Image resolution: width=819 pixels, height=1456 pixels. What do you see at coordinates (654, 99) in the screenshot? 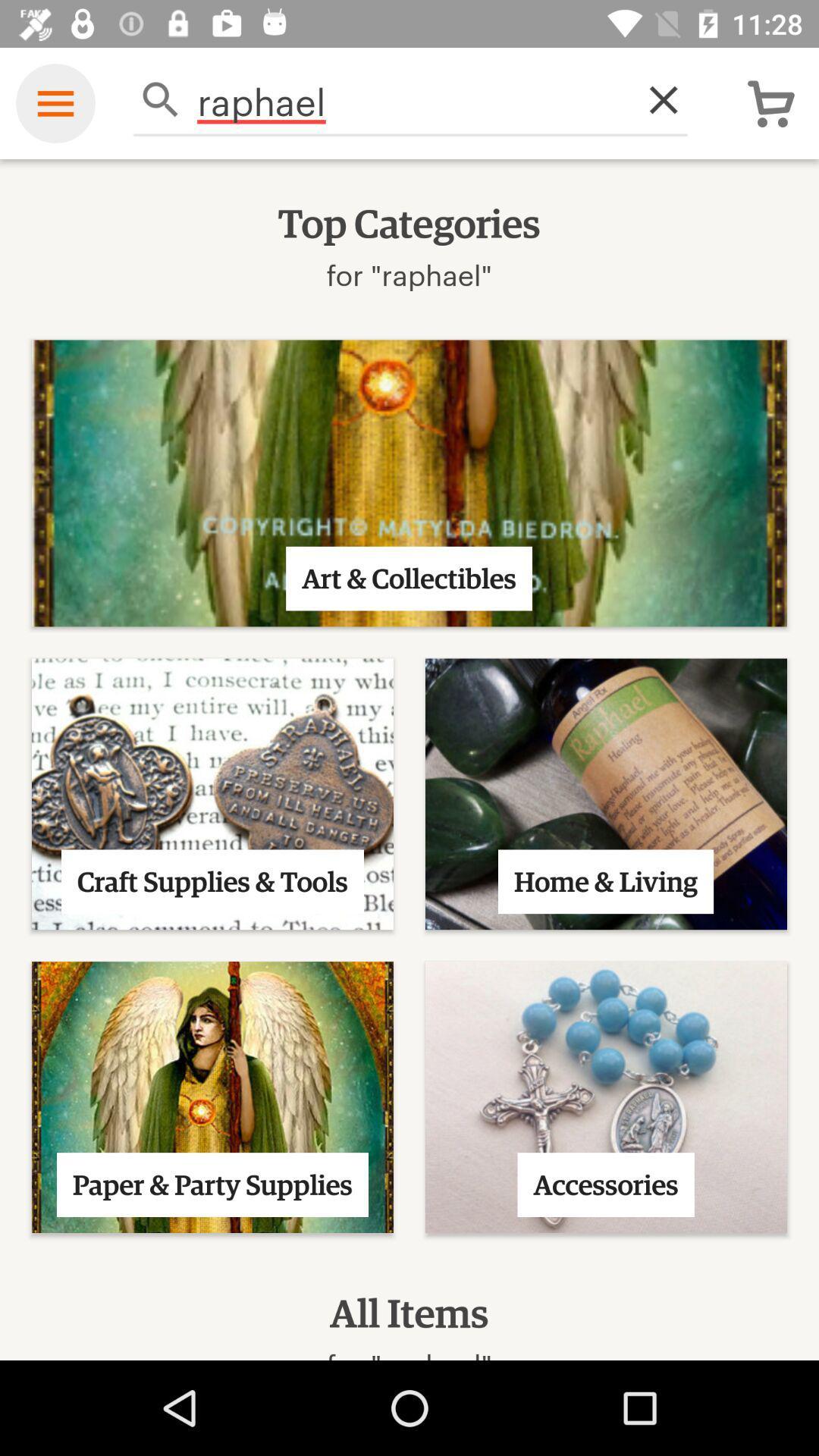
I see `the icon next to the raphael icon` at bounding box center [654, 99].